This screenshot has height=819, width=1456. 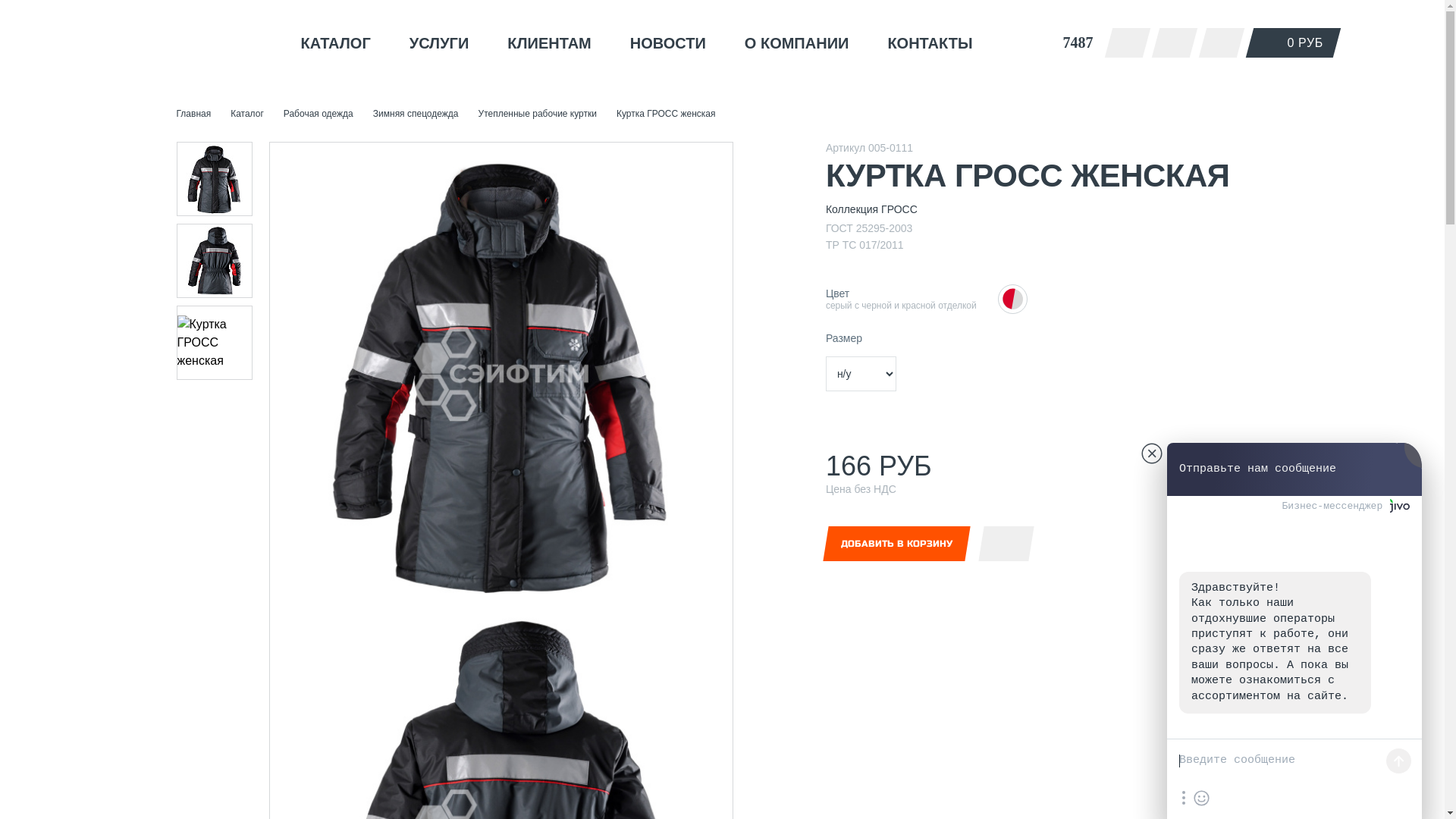 What do you see at coordinates (1069, 42) in the screenshot?
I see `'7487'` at bounding box center [1069, 42].